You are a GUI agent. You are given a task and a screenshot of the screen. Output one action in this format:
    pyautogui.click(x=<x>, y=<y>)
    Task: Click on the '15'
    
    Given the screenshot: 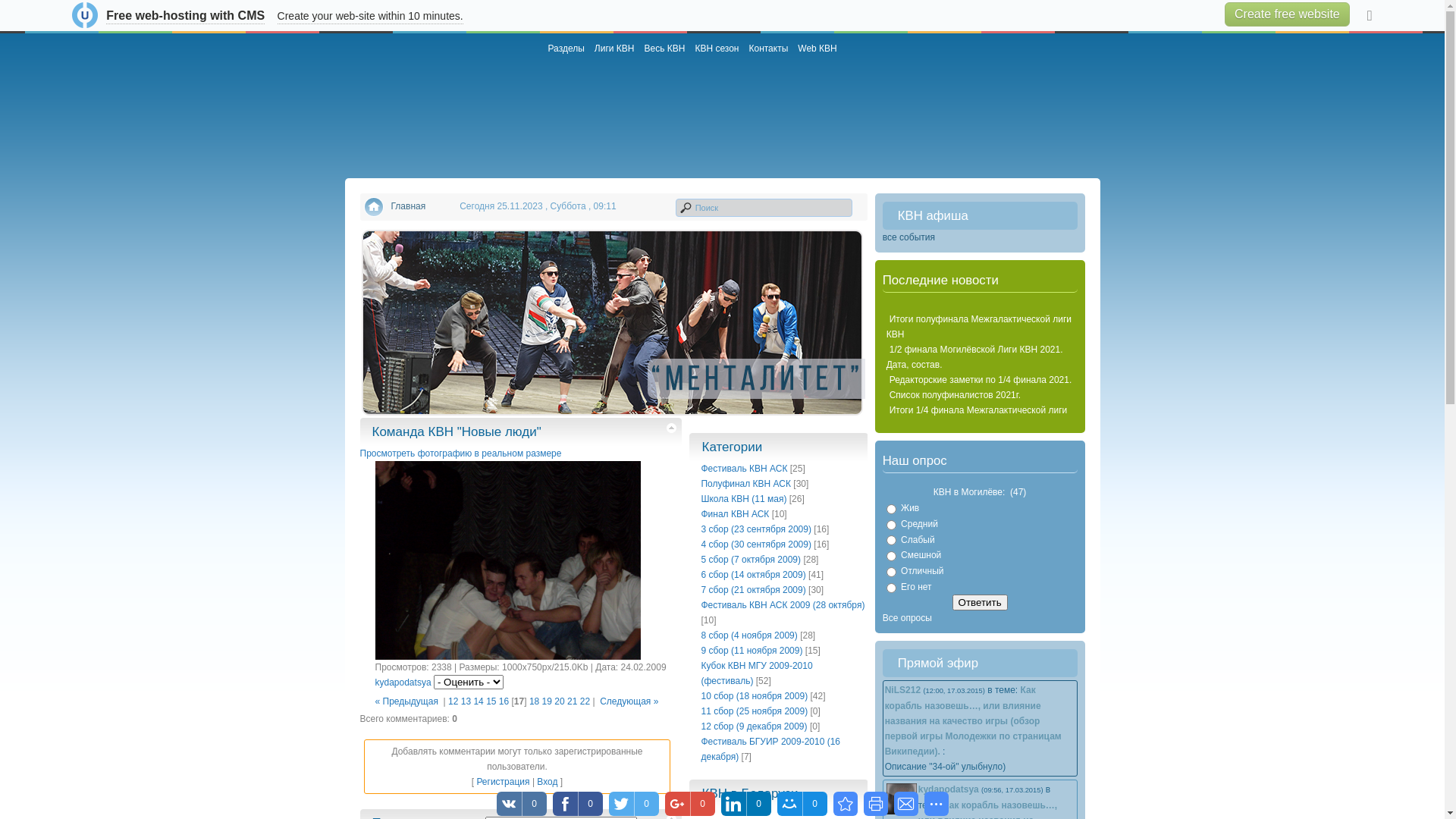 What is the action you would take?
    pyautogui.click(x=486, y=701)
    